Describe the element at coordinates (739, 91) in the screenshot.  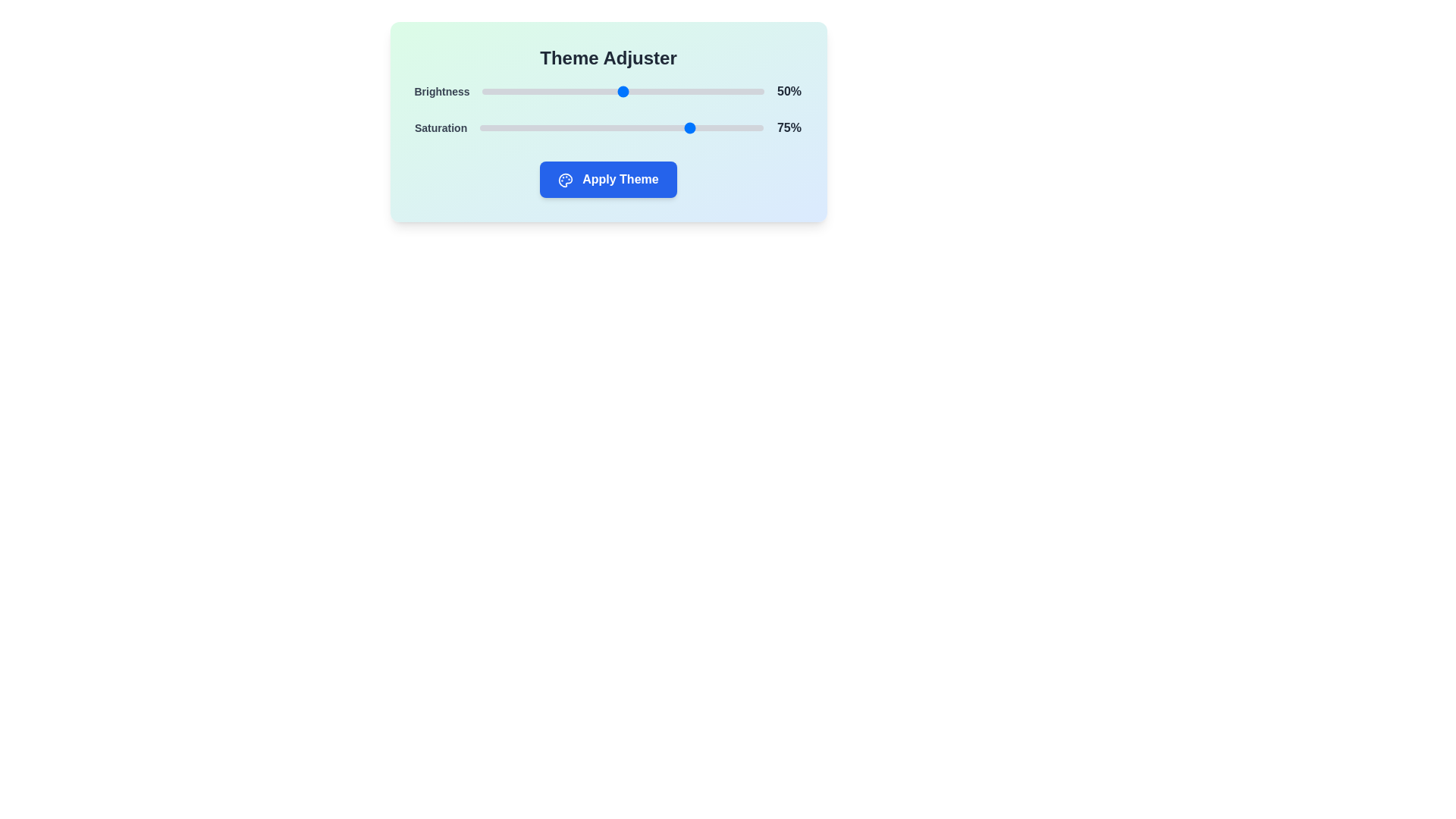
I see `the brightness slider to 91%` at that location.